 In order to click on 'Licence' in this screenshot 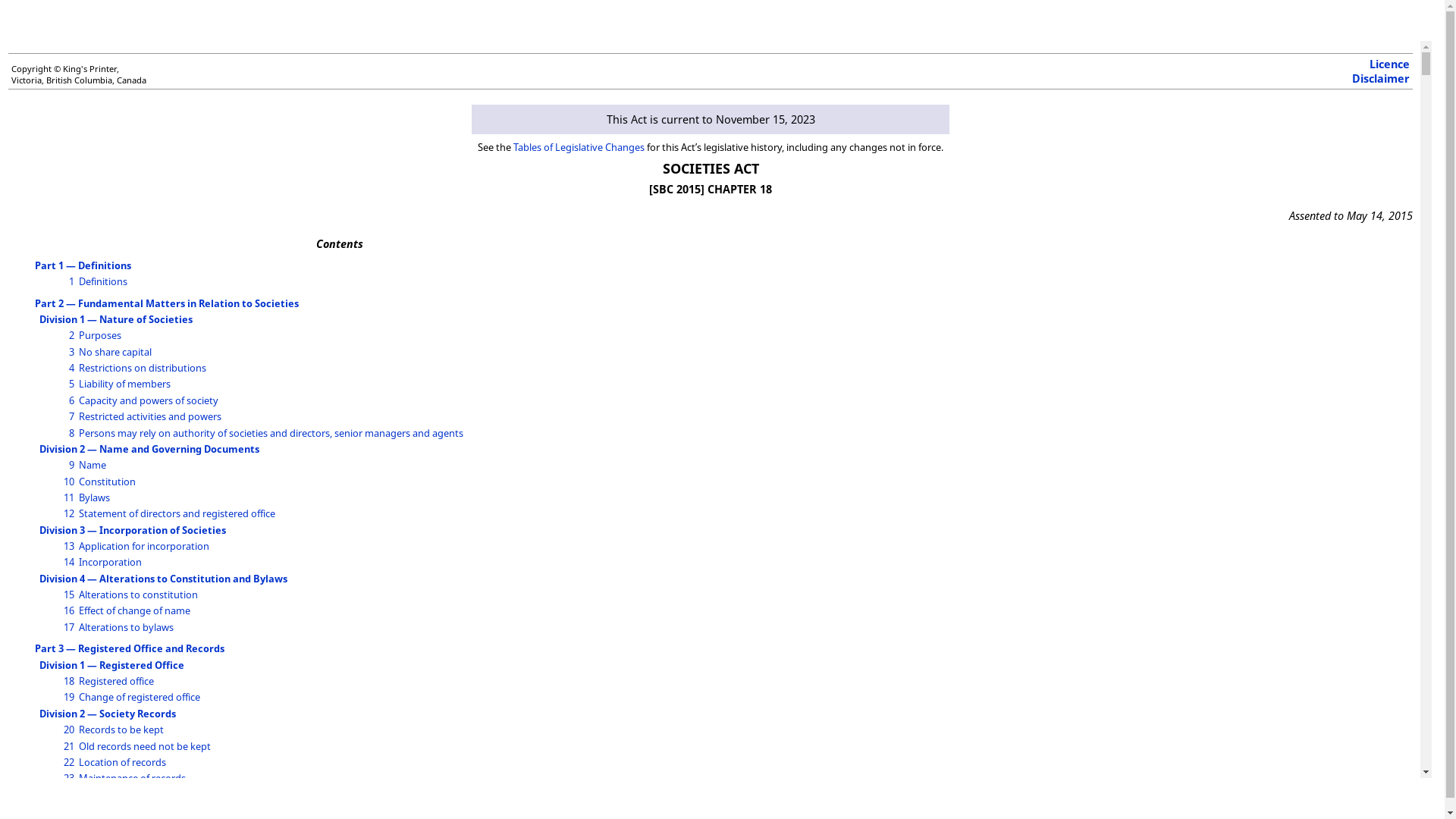, I will do `click(1389, 63)`.